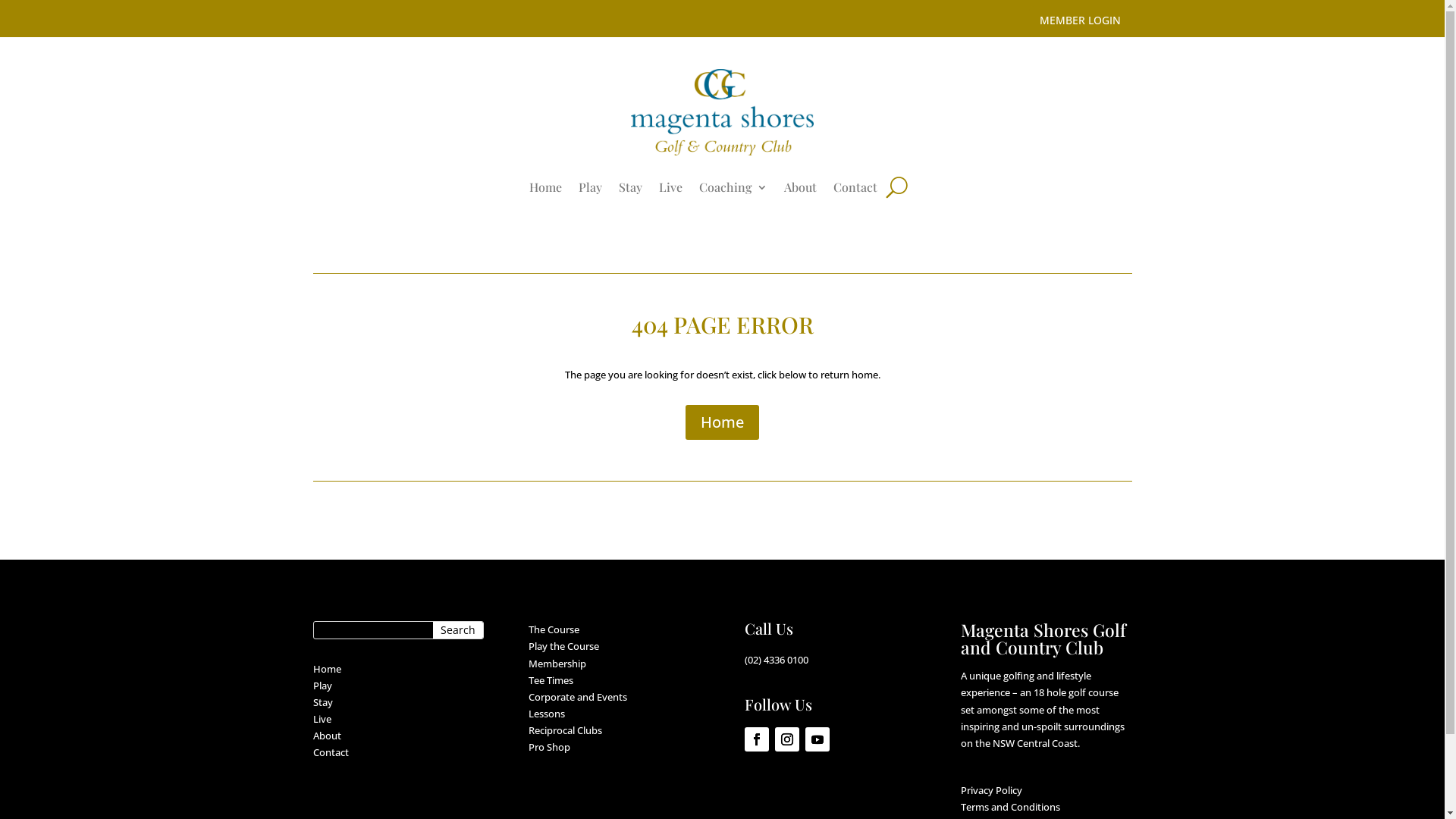 This screenshot has width=1456, height=819. Describe the element at coordinates (804, 739) in the screenshot. I see `'Follow on Youtube'` at that location.